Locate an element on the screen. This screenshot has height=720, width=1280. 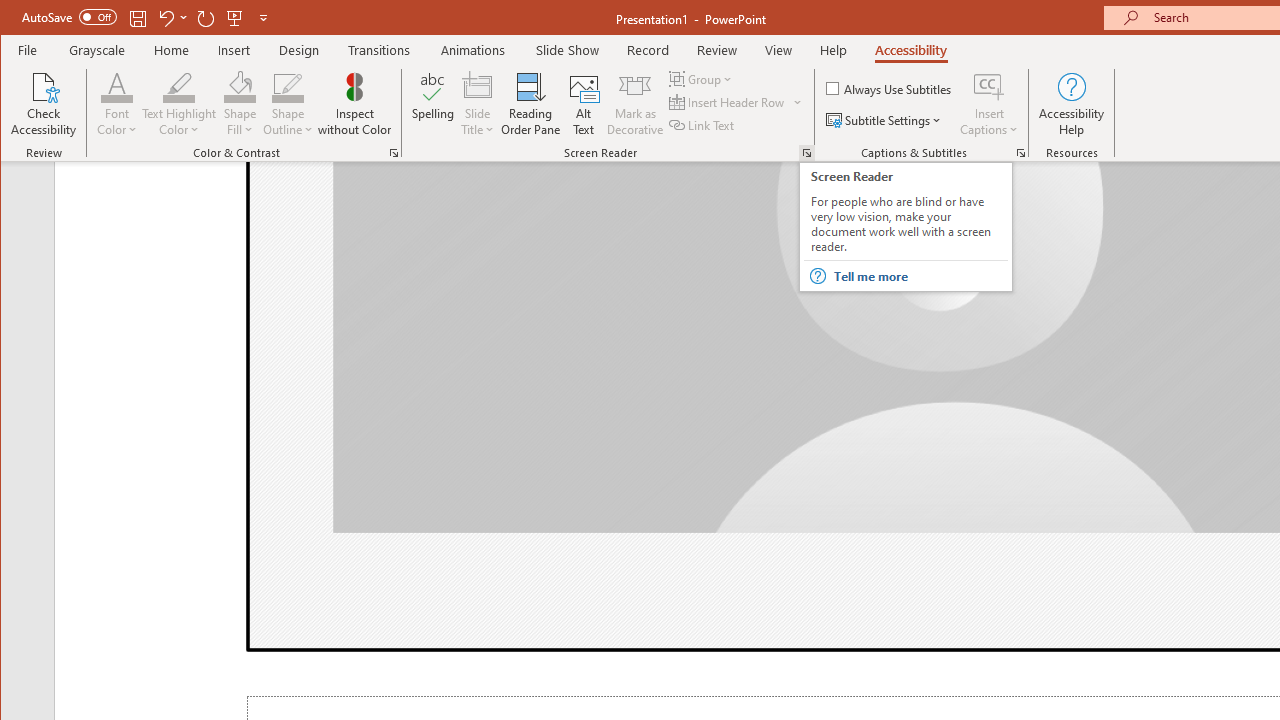
'Color & Contrast' is located at coordinates (394, 152).